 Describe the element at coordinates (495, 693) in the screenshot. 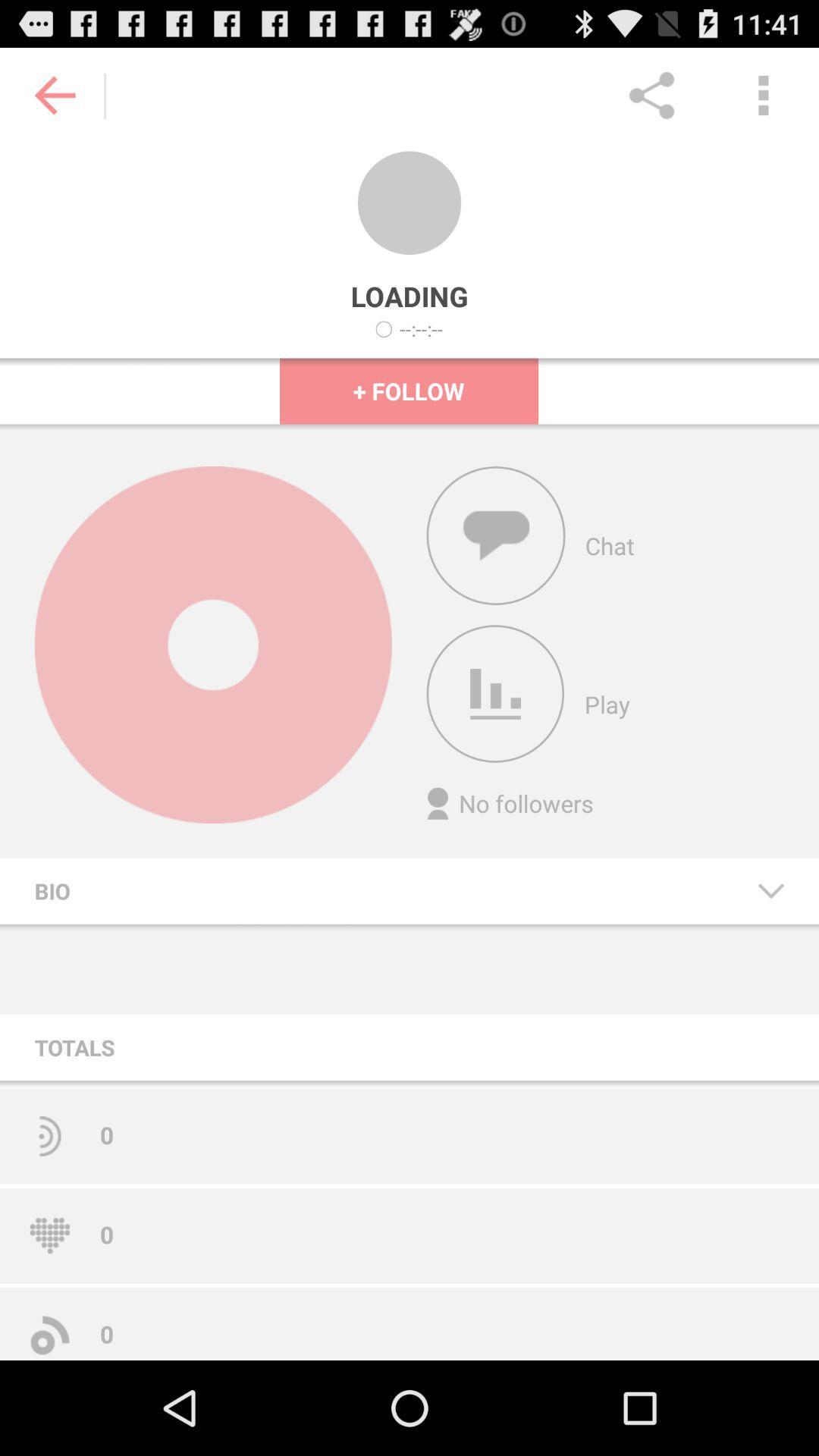

I see `icon next to the play item` at that location.